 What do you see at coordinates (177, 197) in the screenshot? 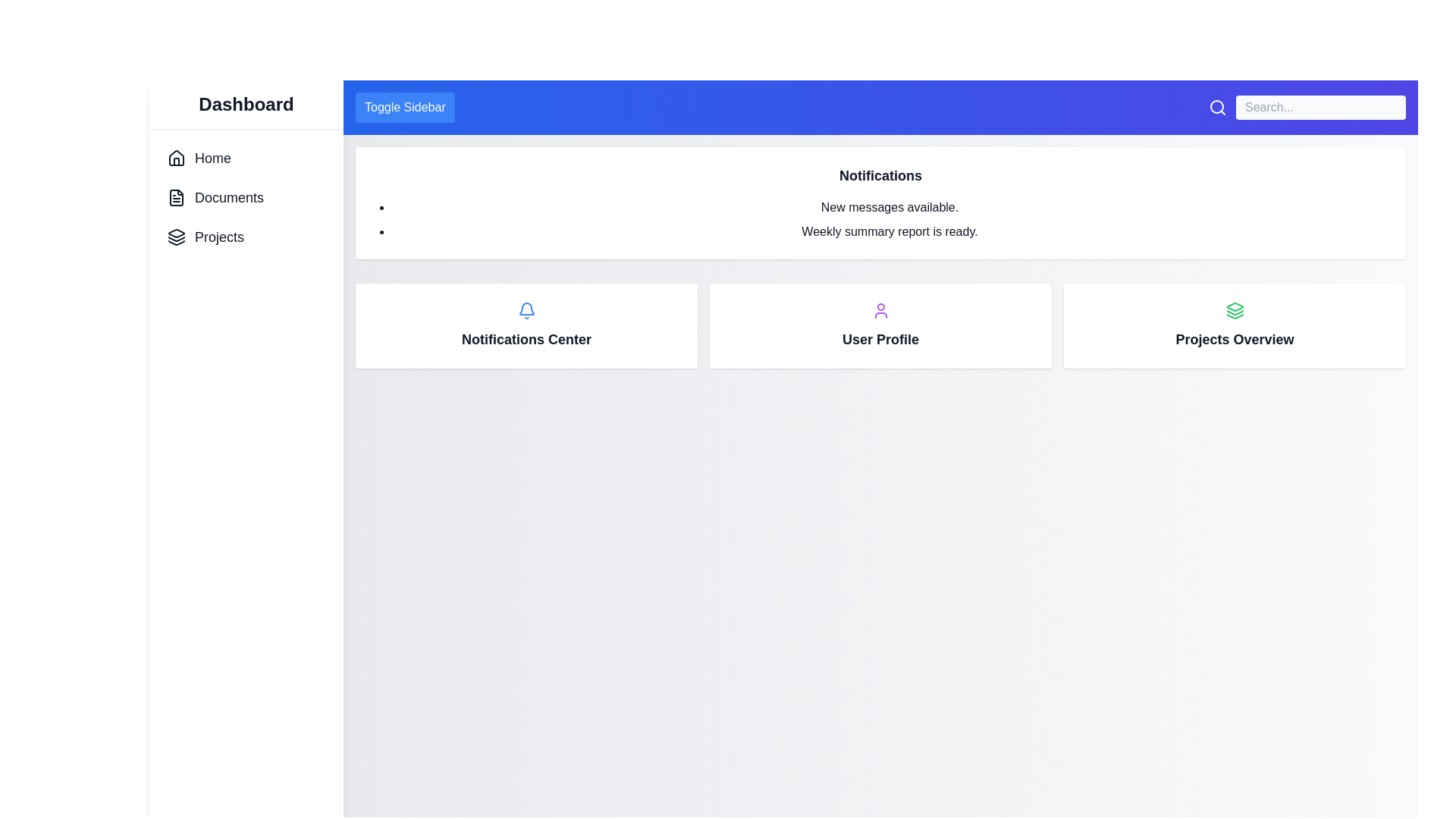
I see `the 'Documents' icon located in the sidebar menu, which is positioned to the left of the text 'Documents', below 'Home', and above 'Projects'` at bounding box center [177, 197].